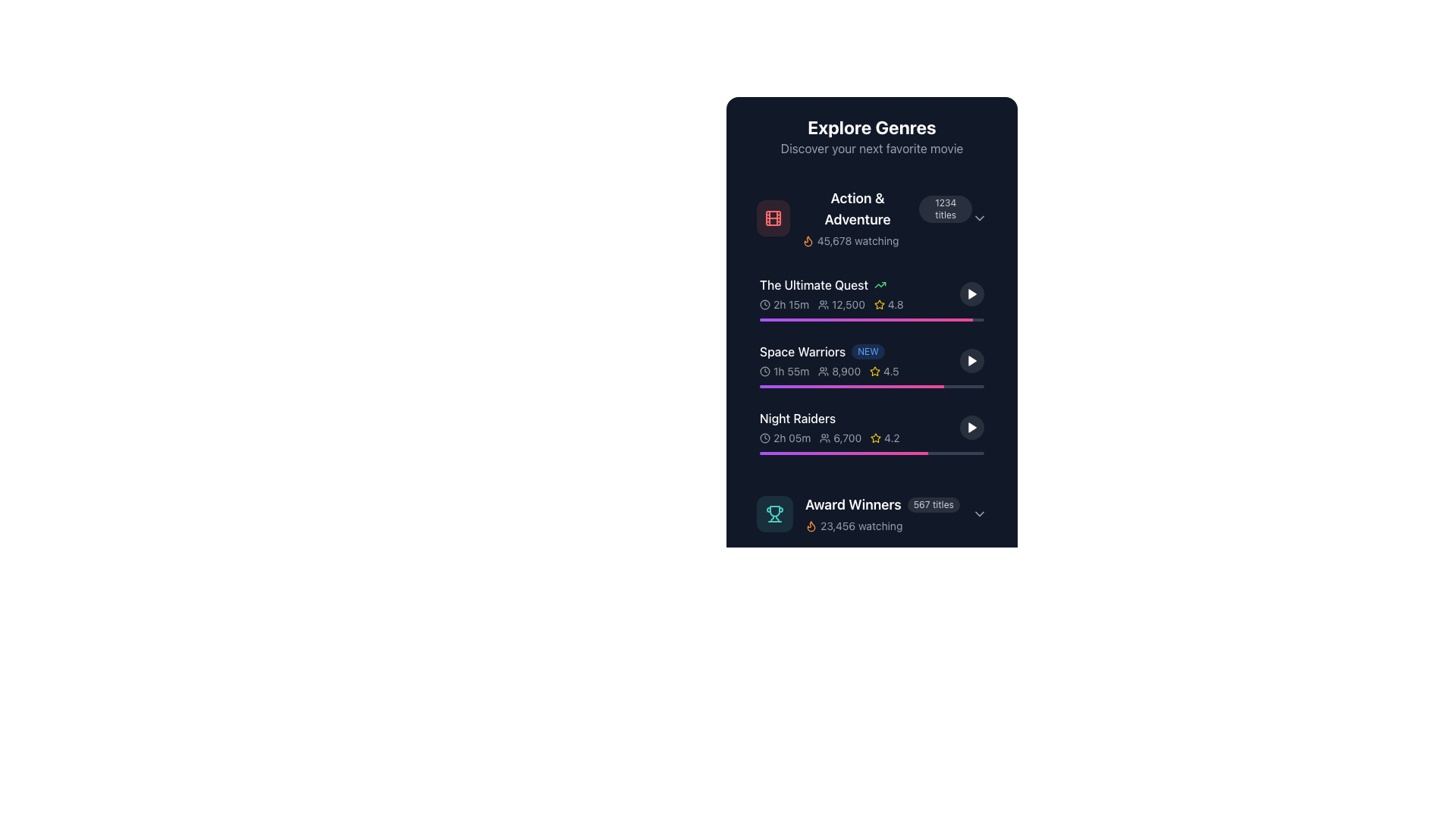  I want to click on details for information about the movie 'Night Raiders' by interacting with the third List item card in the vertical scrollable list, so click(872, 432).